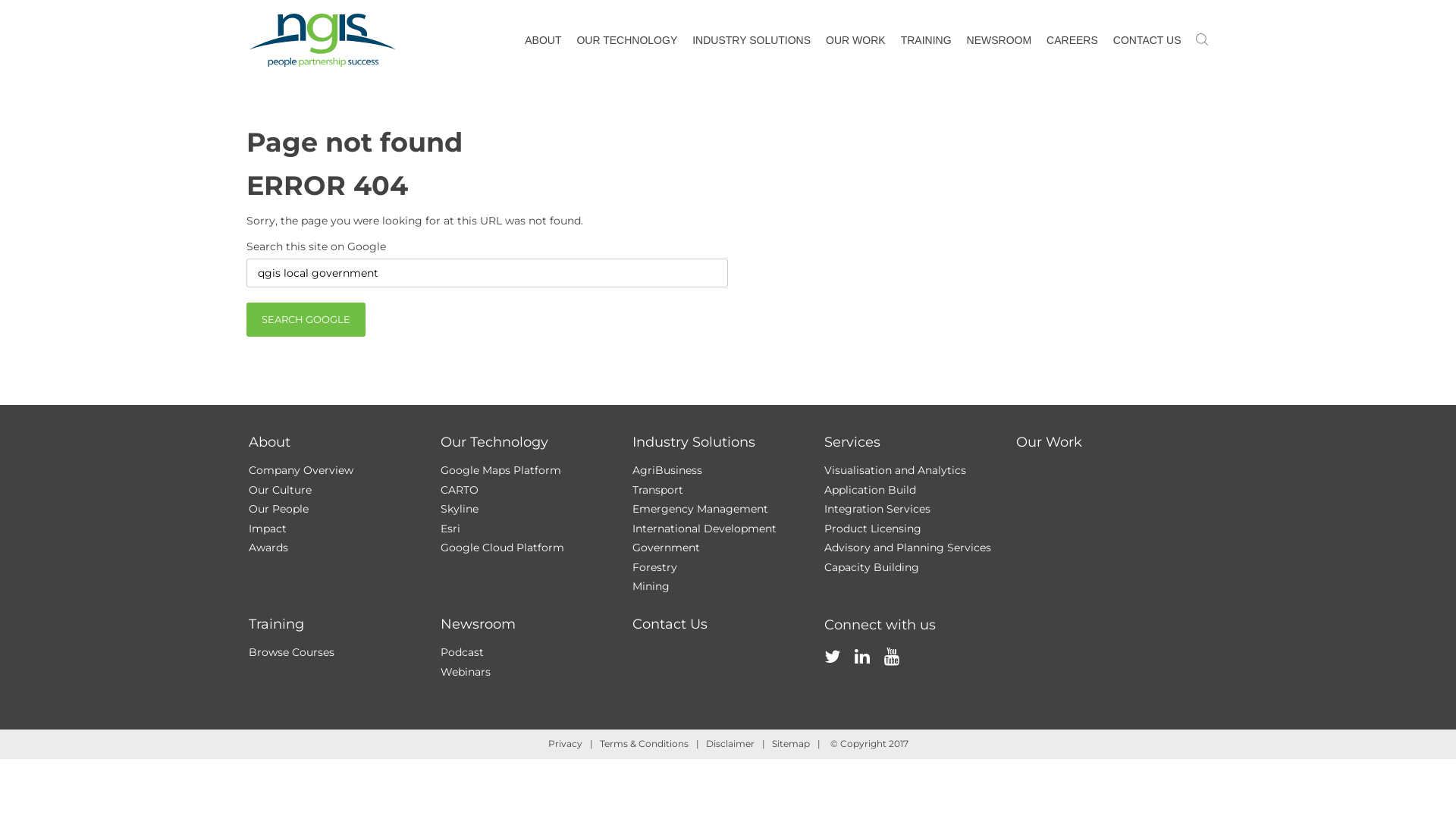  Describe the element at coordinates (999, 39) in the screenshot. I see `'NEWSROOM'` at that location.